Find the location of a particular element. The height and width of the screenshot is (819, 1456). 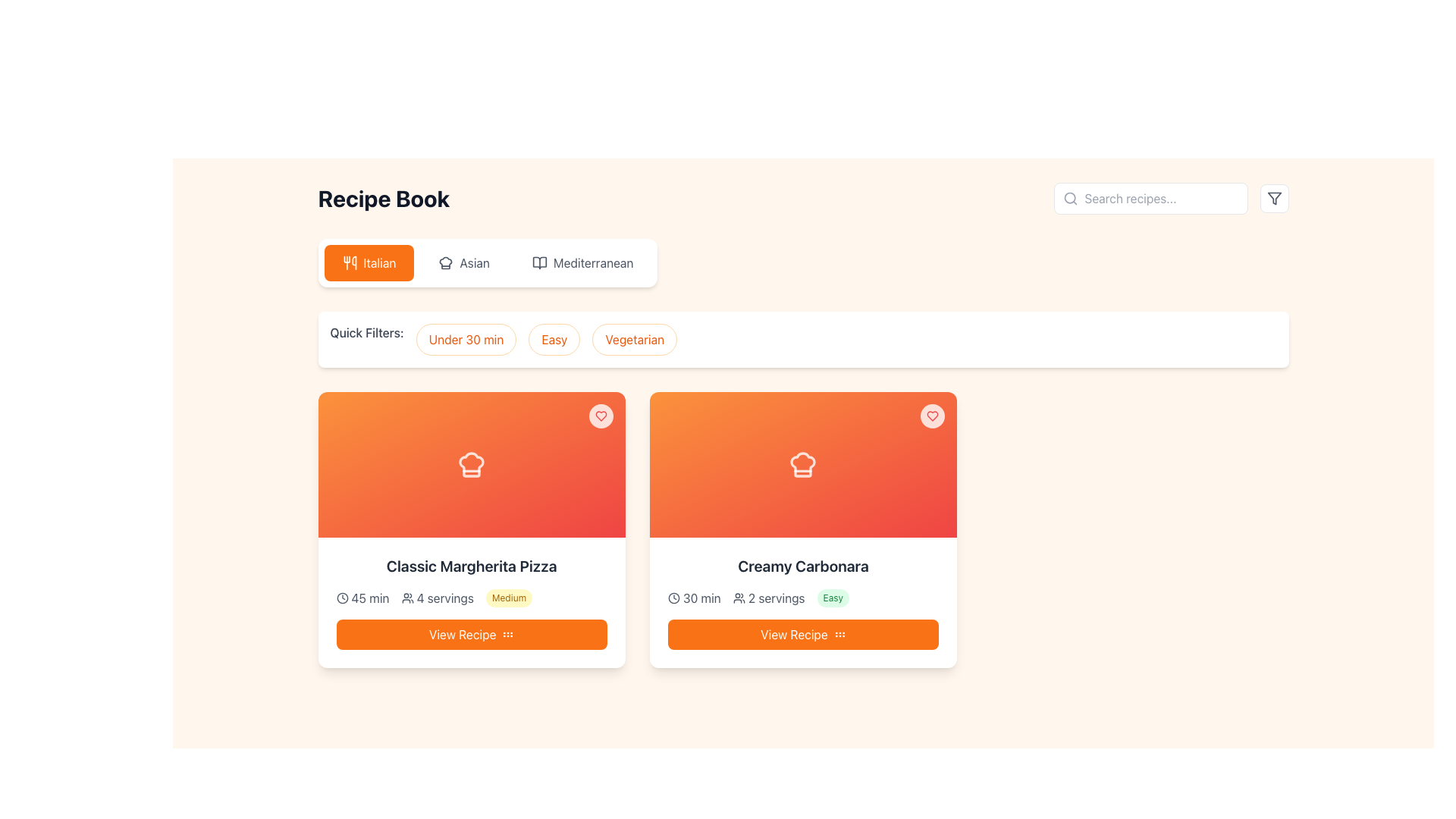

the clock icon representing the cooking time for 'Creamy Carbonara', located to the left of the text '30 min' is located at coordinates (673, 598).